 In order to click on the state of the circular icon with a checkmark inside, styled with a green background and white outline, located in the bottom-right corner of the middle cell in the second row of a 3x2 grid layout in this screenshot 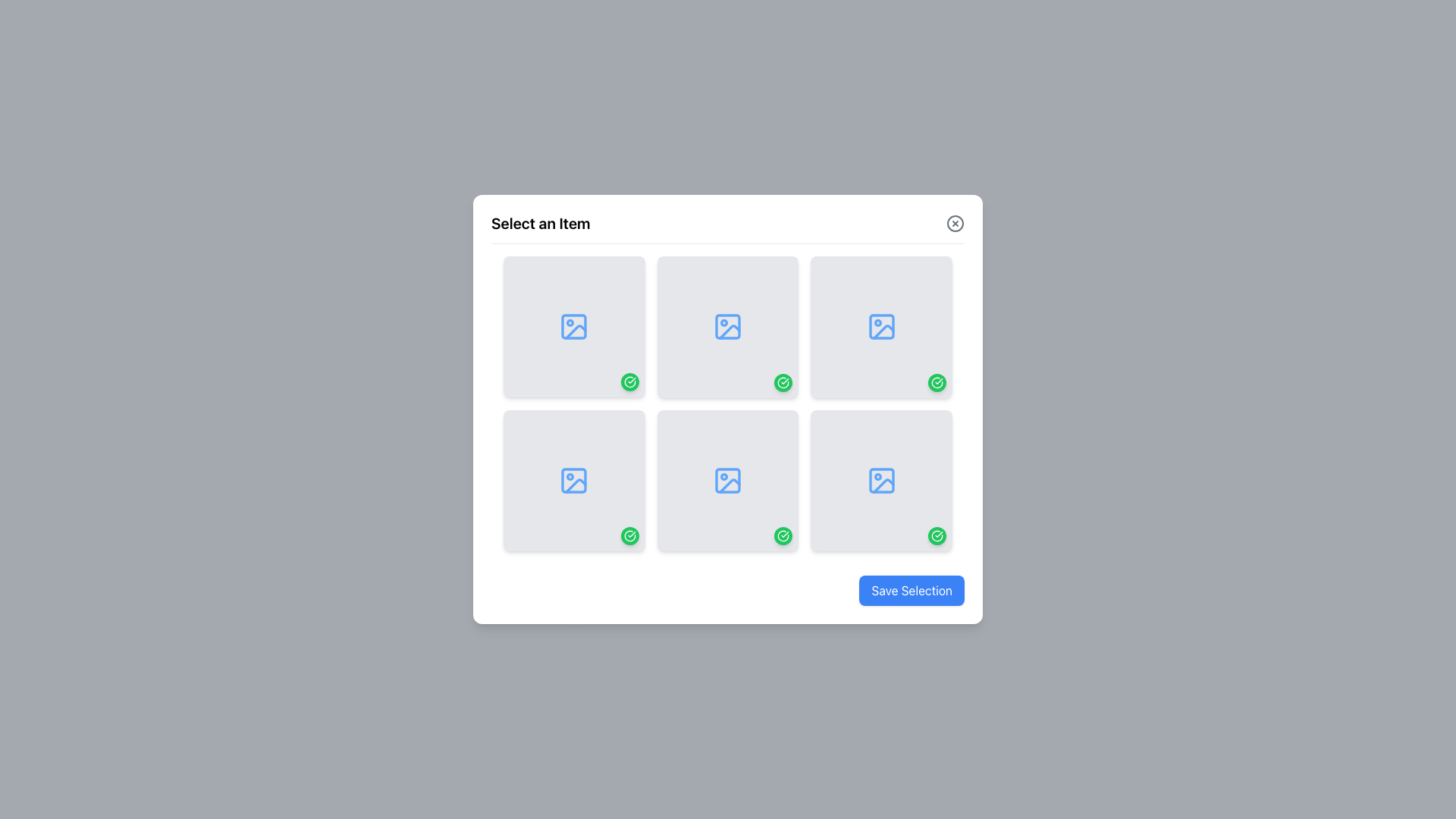, I will do `click(783, 381)`.